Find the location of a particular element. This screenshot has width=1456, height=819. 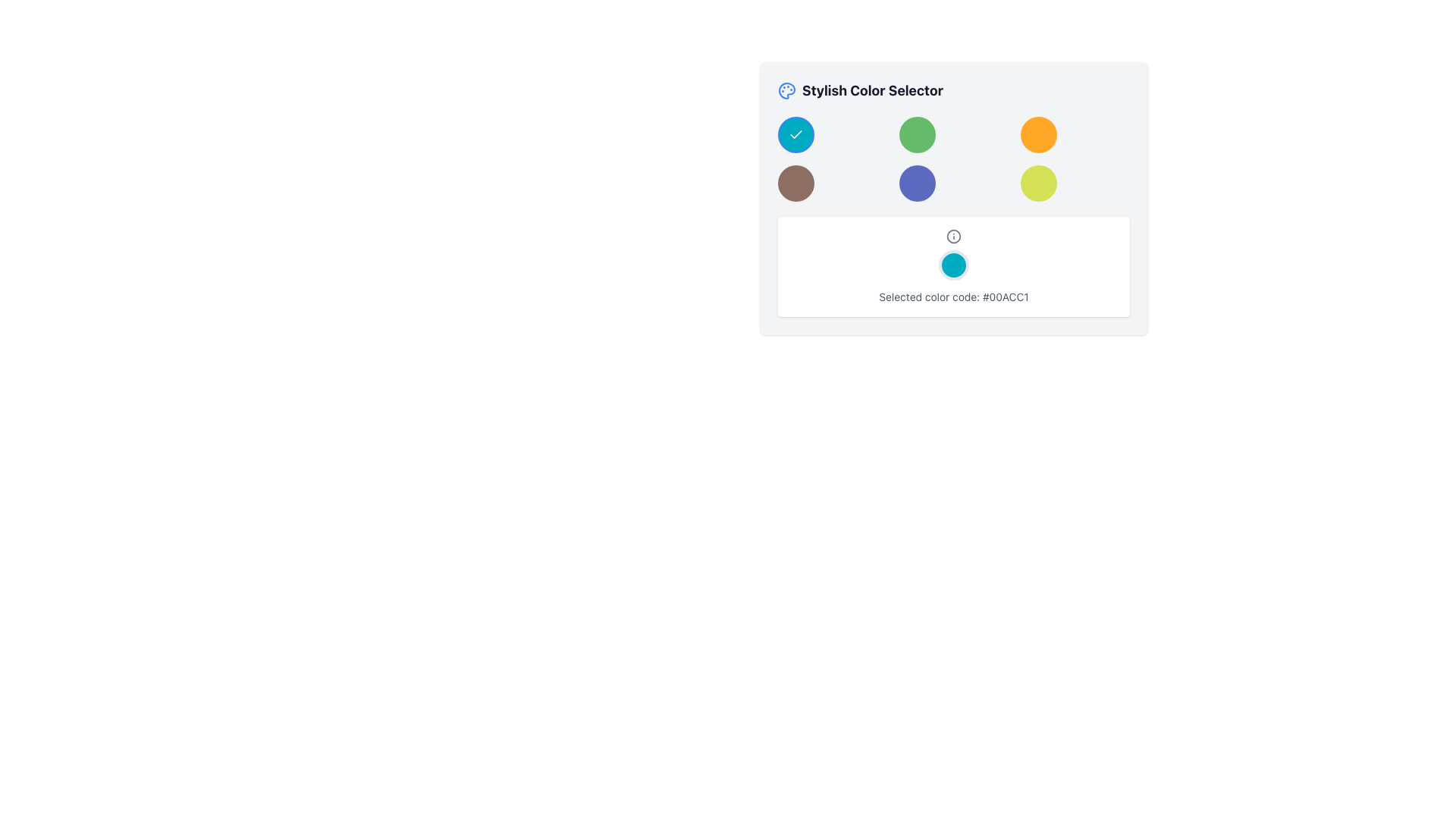

the circular interactive button in the Stylish Color Selector interface located in the top row and middle column of the 3x3 grid to trigger hover effects is located at coordinates (916, 133).